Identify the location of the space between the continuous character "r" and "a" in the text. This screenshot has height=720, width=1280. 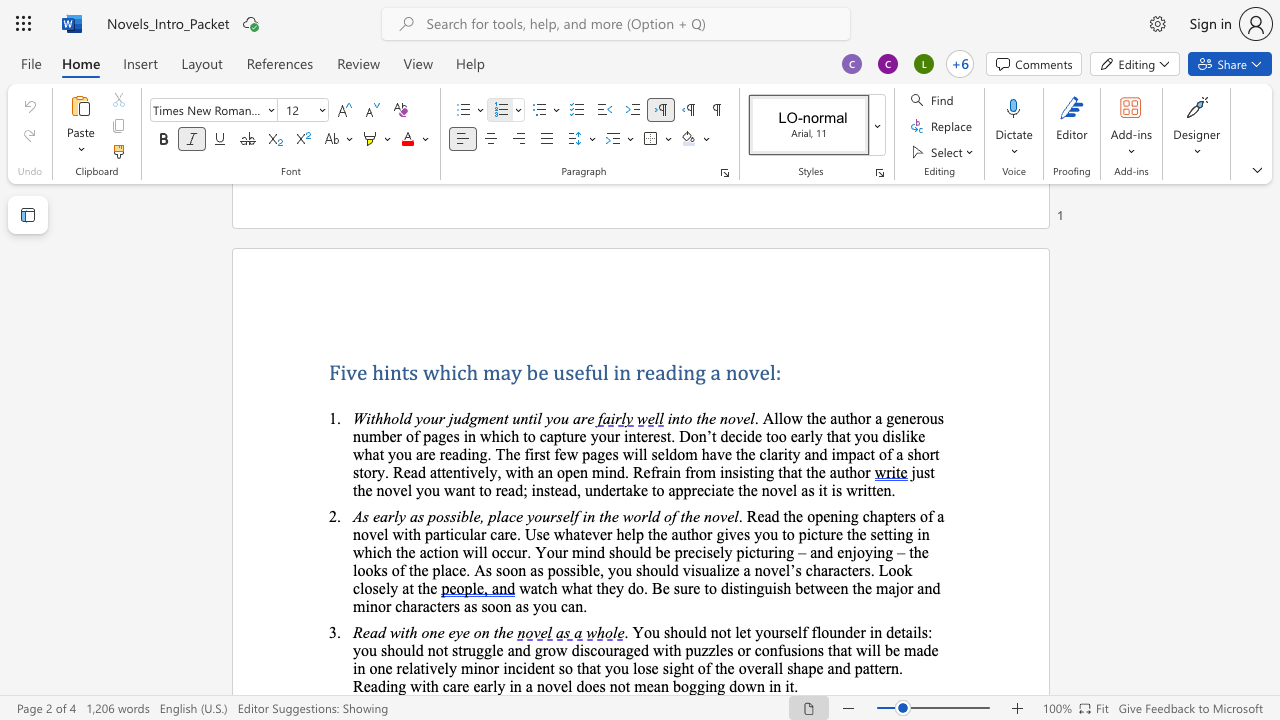
(766, 668).